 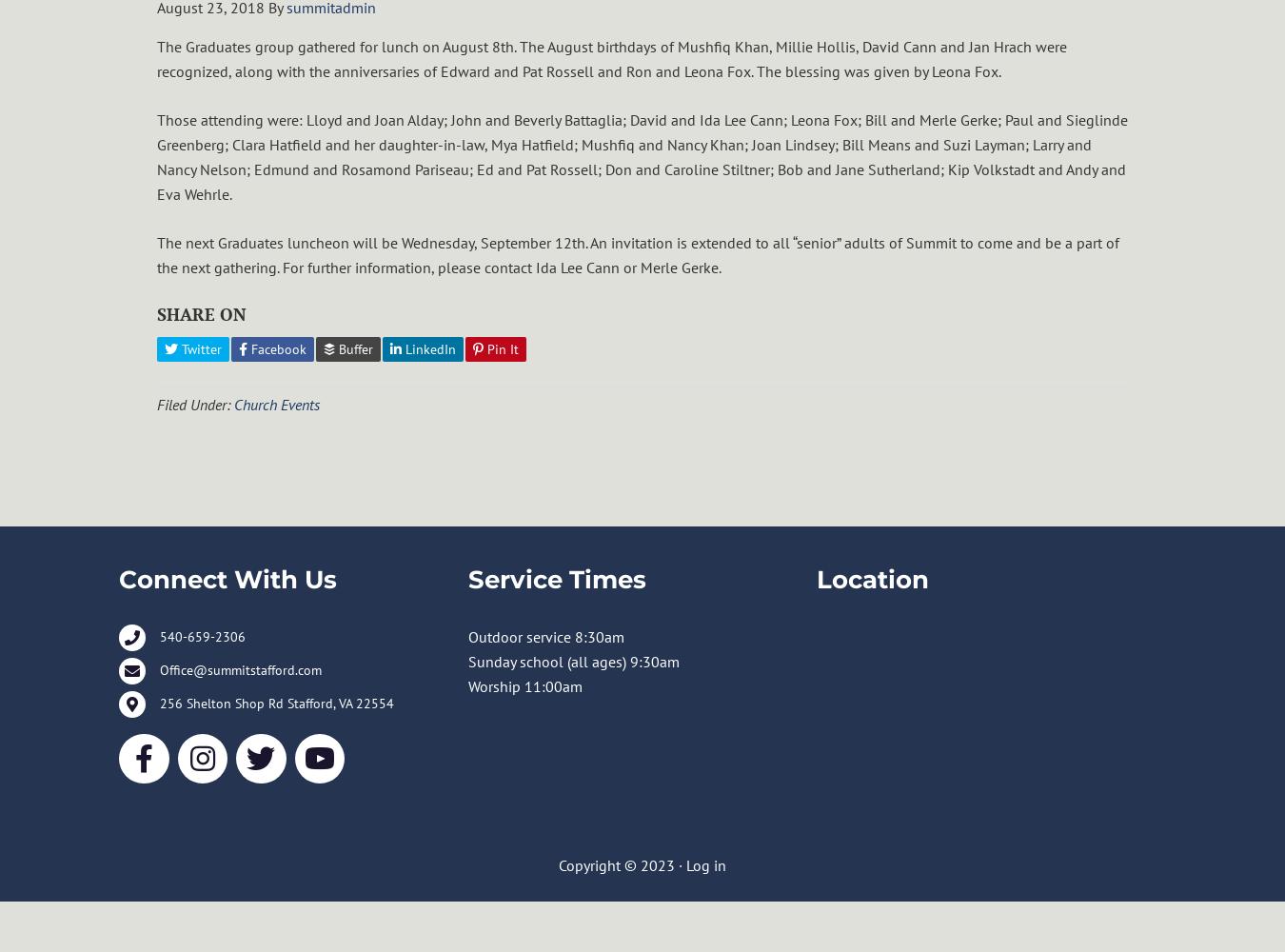 I want to click on 'Worship 11:00am', so click(x=523, y=684).